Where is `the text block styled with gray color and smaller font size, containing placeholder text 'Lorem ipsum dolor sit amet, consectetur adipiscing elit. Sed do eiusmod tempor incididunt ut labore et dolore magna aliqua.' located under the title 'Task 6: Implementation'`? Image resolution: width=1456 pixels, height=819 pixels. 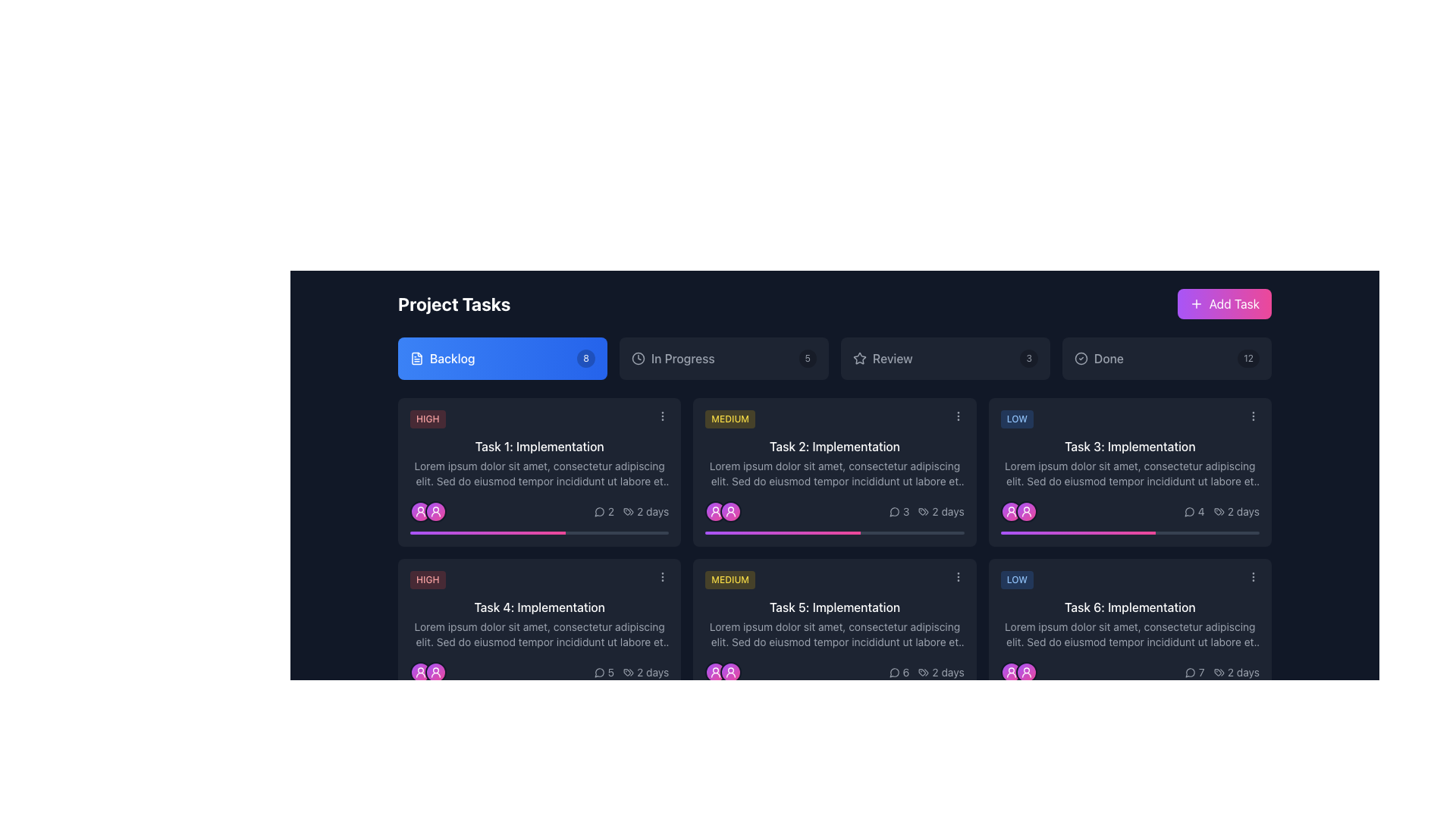 the text block styled with gray color and smaller font size, containing placeholder text 'Lorem ipsum dolor sit amet, consectetur adipiscing elit. Sed do eiusmod tempor incididunt ut labore et dolore magna aliqua.' located under the title 'Task 6: Implementation' is located at coordinates (1130, 635).